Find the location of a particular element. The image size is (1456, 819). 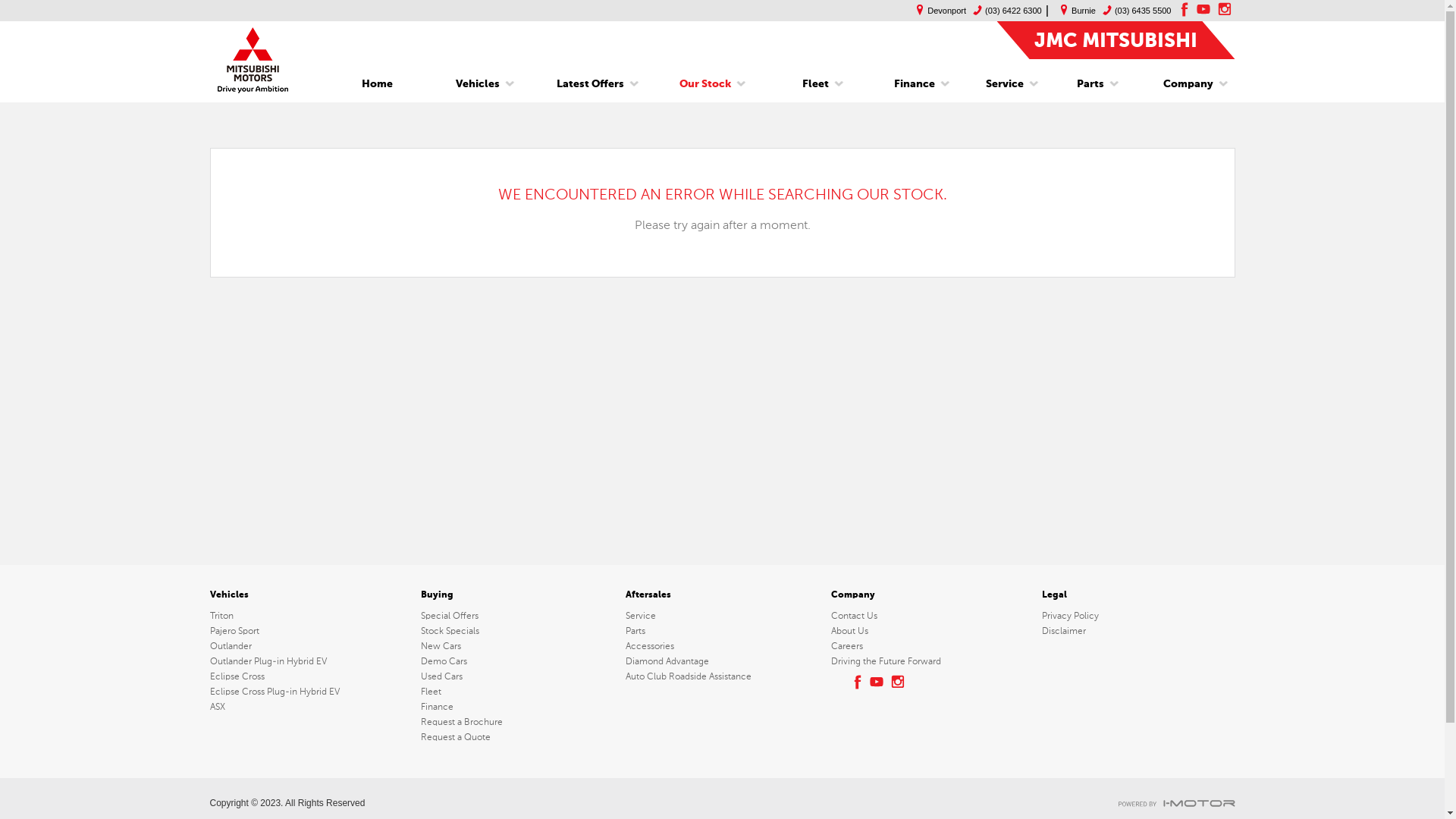

'Home' is located at coordinates (377, 84).